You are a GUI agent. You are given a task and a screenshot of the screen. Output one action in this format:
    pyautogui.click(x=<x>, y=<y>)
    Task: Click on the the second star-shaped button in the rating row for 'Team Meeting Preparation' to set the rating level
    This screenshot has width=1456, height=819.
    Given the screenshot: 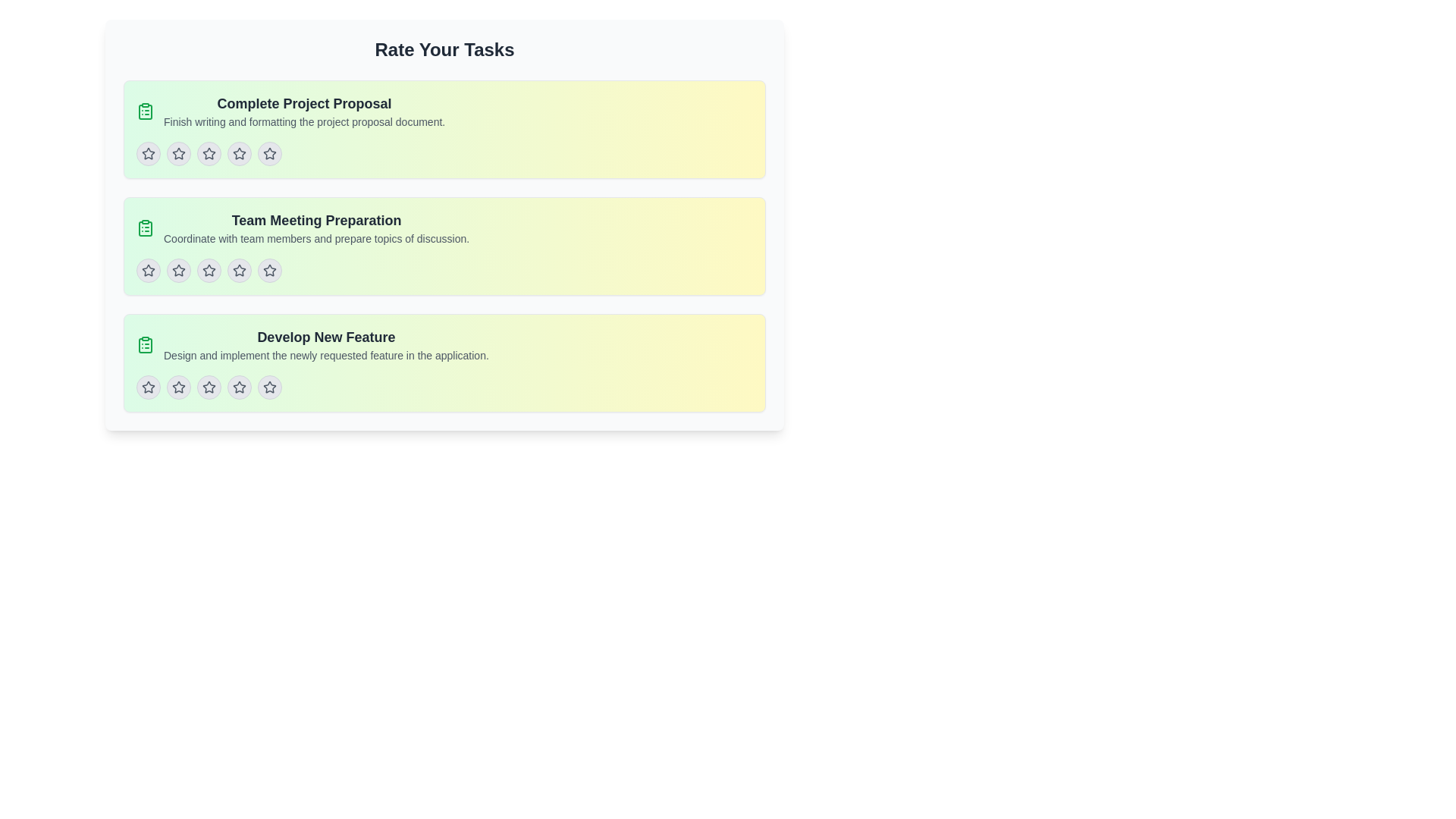 What is the action you would take?
    pyautogui.click(x=178, y=270)
    